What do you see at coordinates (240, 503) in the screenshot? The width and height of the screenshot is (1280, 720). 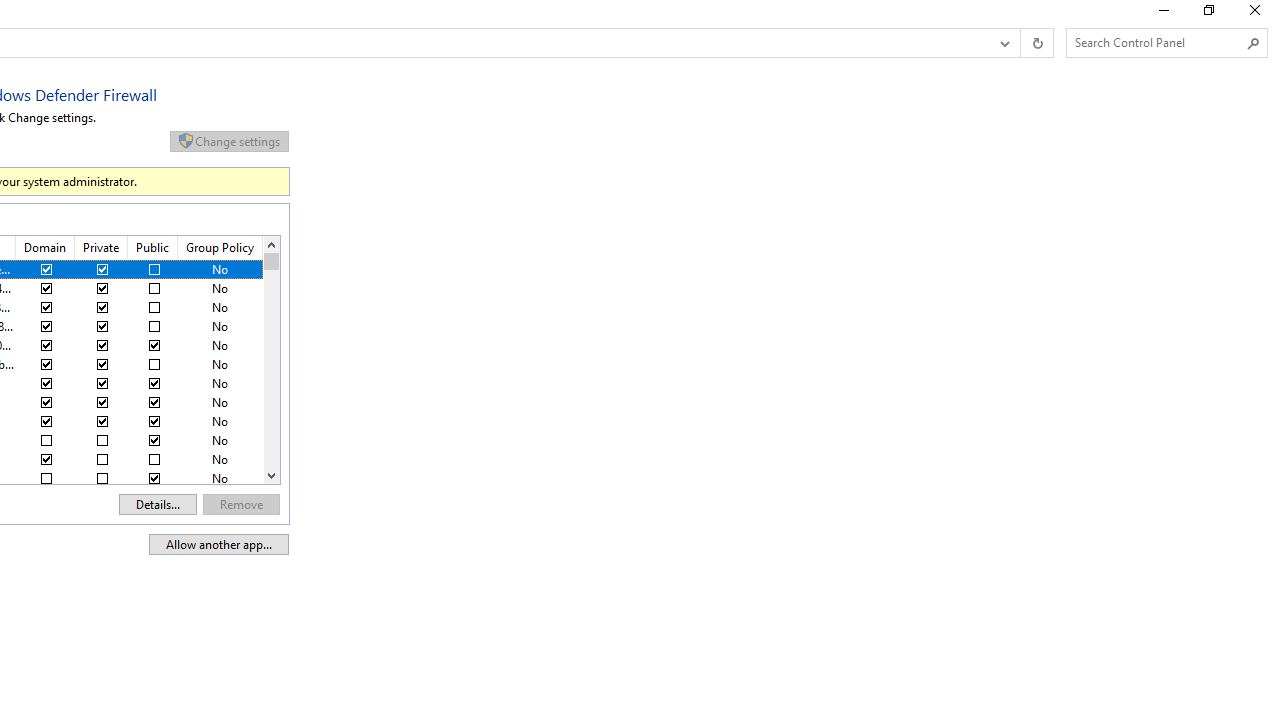 I see `'Remove'` at bounding box center [240, 503].